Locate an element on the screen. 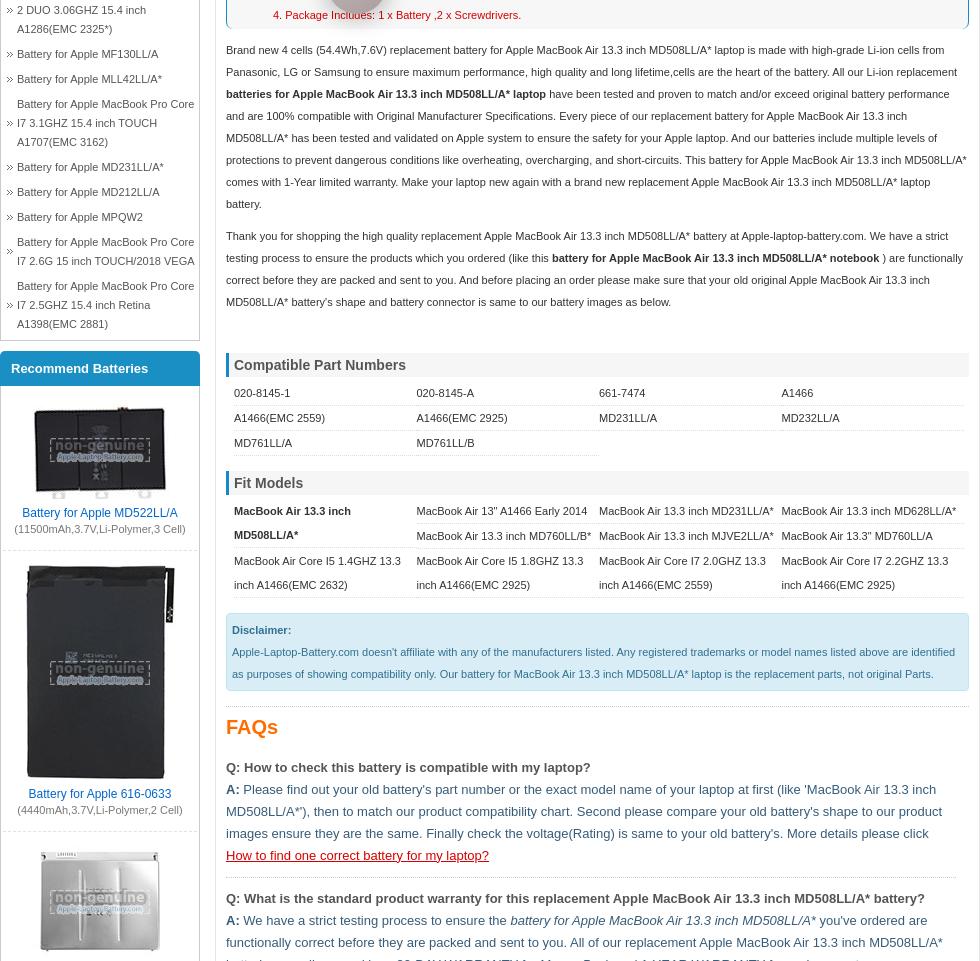 This screenshot has height=961, width=980. 'Brand new 4 cells (54.4Wh,7.6V) replacement' is located at coordinates (339, 48).